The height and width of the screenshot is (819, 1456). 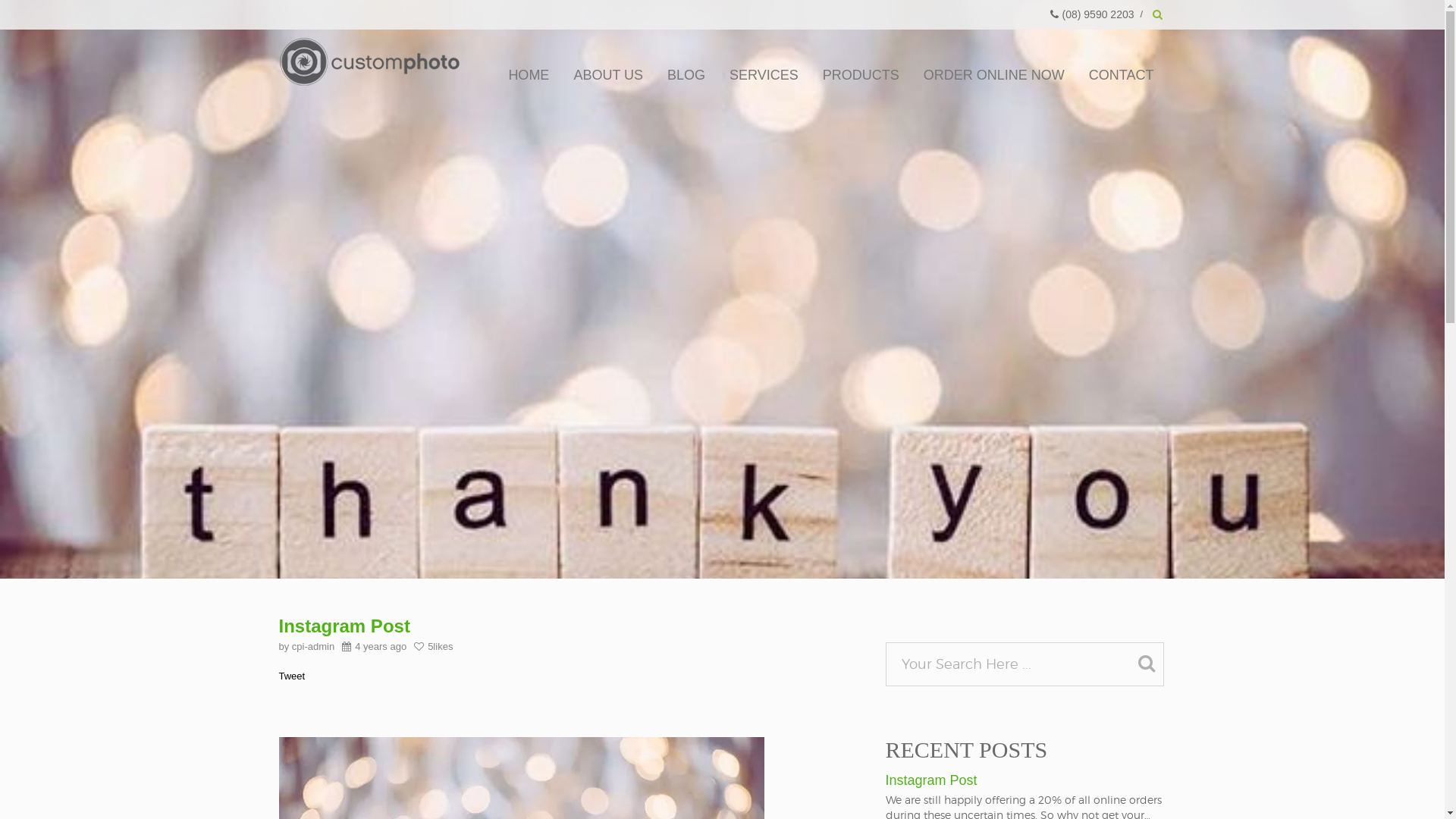 What do you see at coordinates (1092, 14) in the screenshot?
I see `'(08) 9590 2203'` at bounding box center [1092, 14].